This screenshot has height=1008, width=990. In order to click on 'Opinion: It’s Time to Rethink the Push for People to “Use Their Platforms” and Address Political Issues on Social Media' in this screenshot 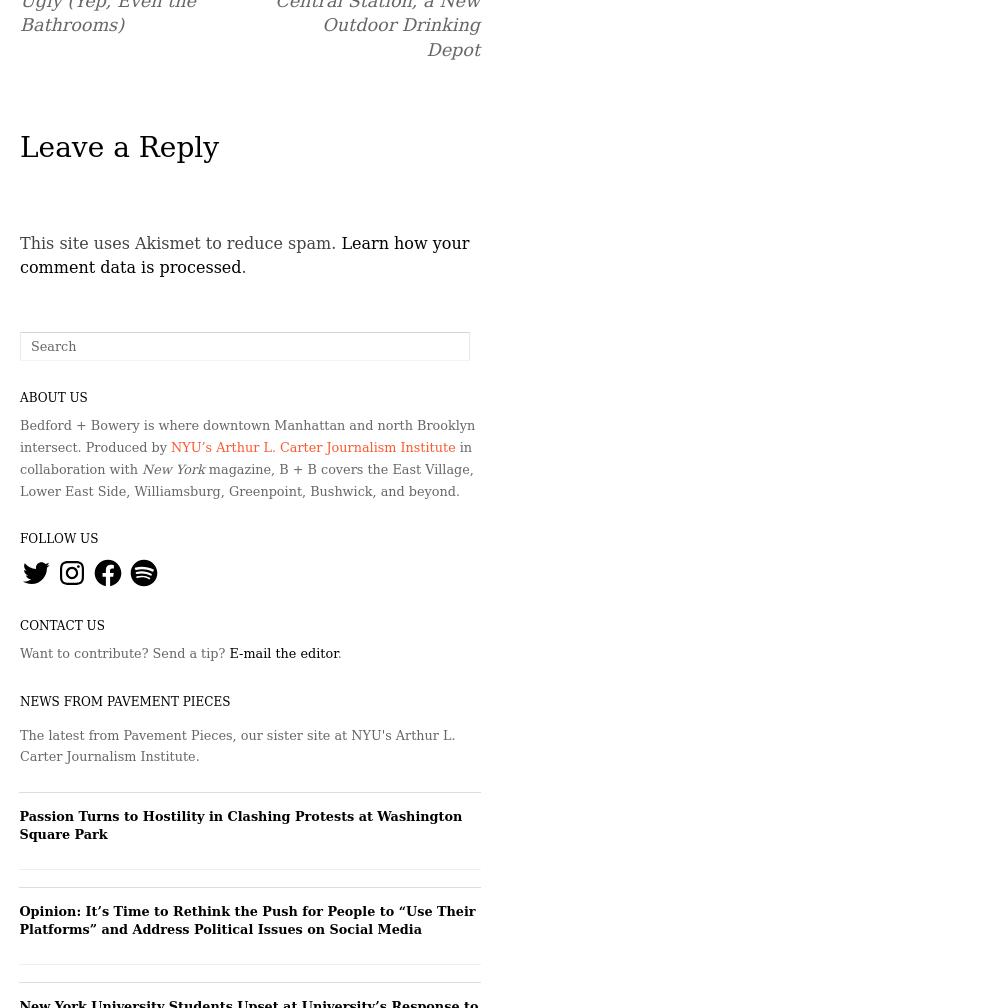, I will do `click(246, 920)`.